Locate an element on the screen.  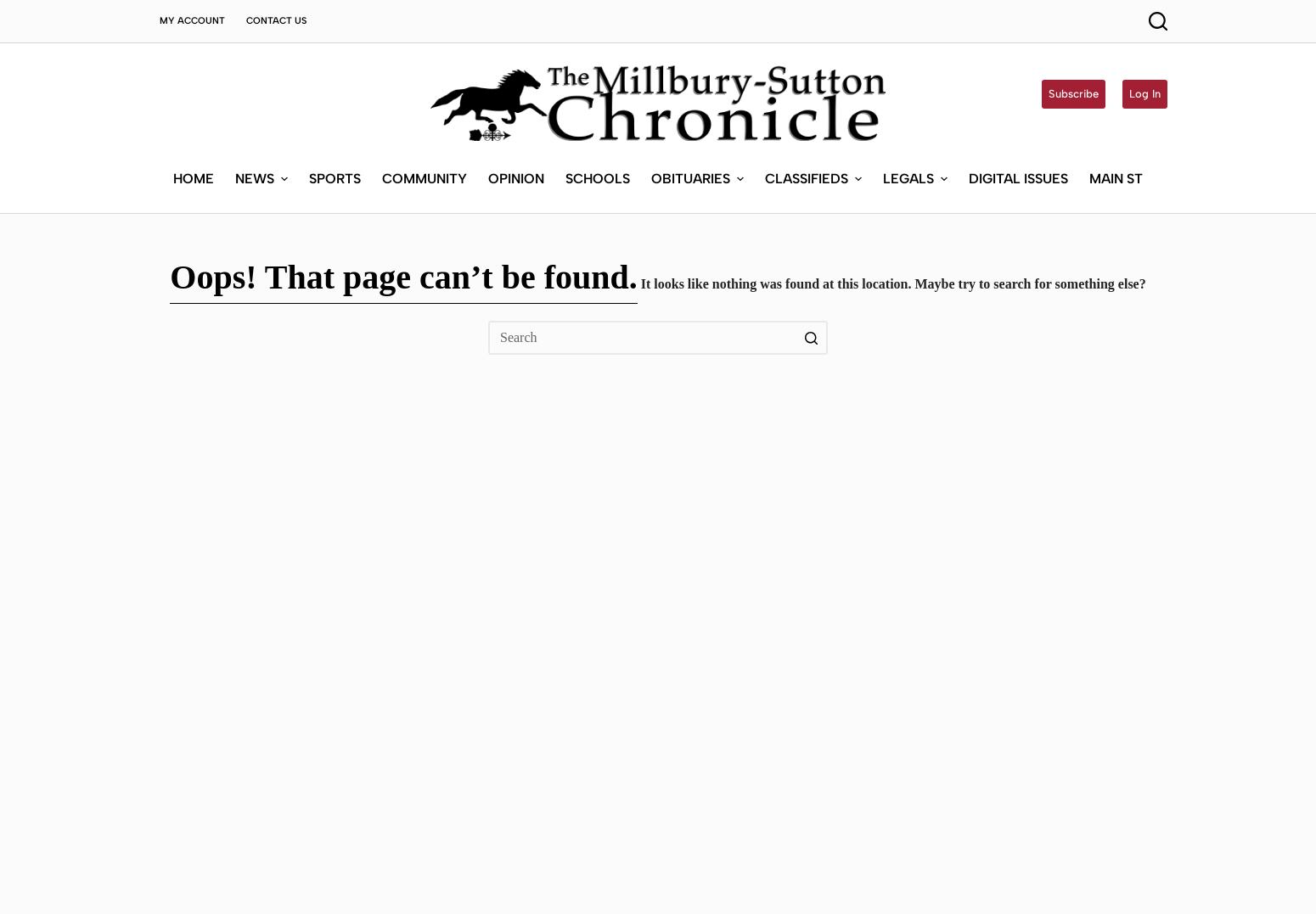
'Schools' is located at coordinates (563, 53).